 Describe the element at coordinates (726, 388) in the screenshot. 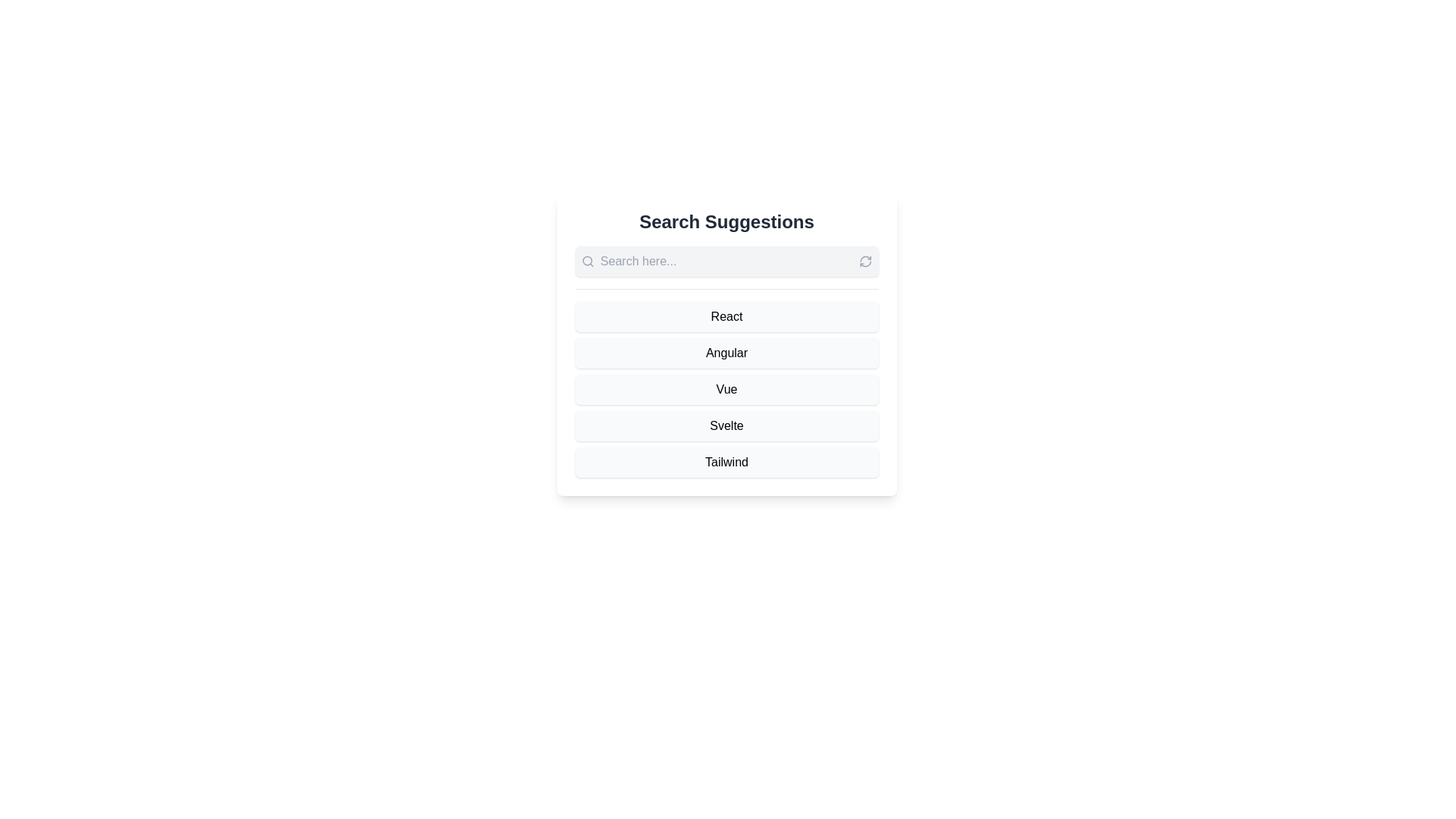

I see `the third option in the dropdown list` at that location.